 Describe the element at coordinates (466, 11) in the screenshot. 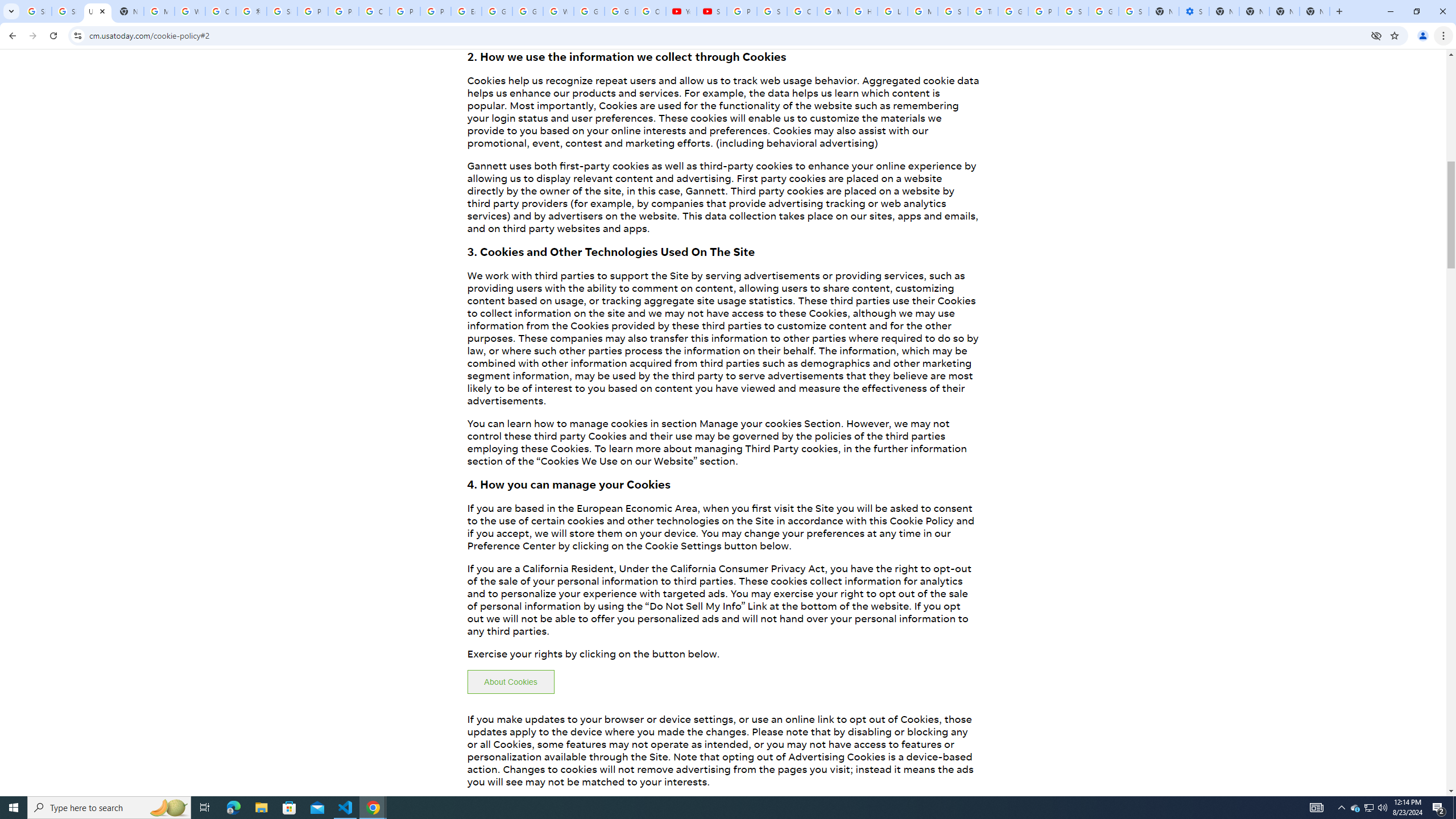

I see `'Edit and view right-to-left text - Google Docs Editors Help'` at that location.